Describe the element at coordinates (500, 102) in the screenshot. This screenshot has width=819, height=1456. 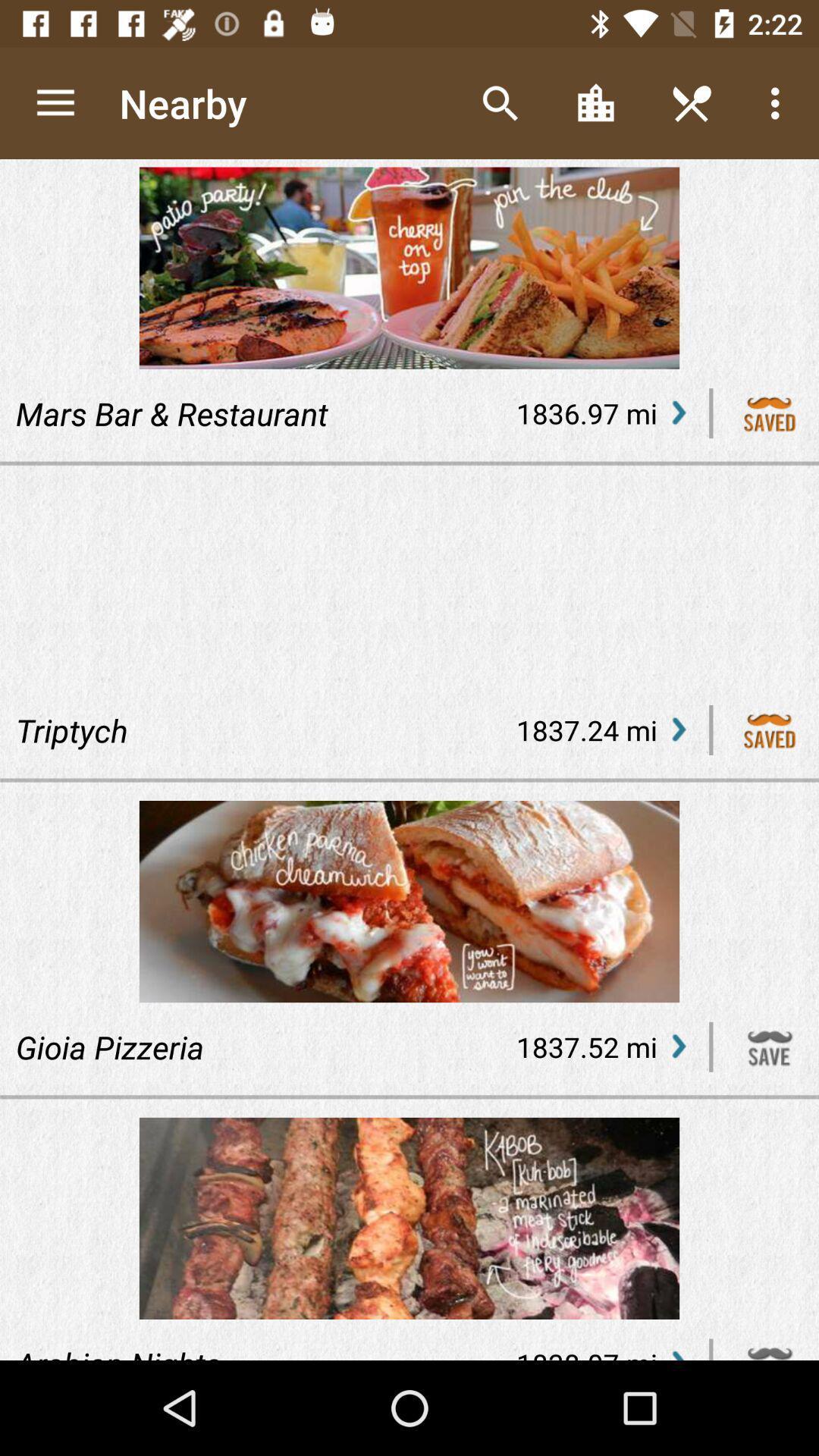
I see `app next to the nearby app` at that location.